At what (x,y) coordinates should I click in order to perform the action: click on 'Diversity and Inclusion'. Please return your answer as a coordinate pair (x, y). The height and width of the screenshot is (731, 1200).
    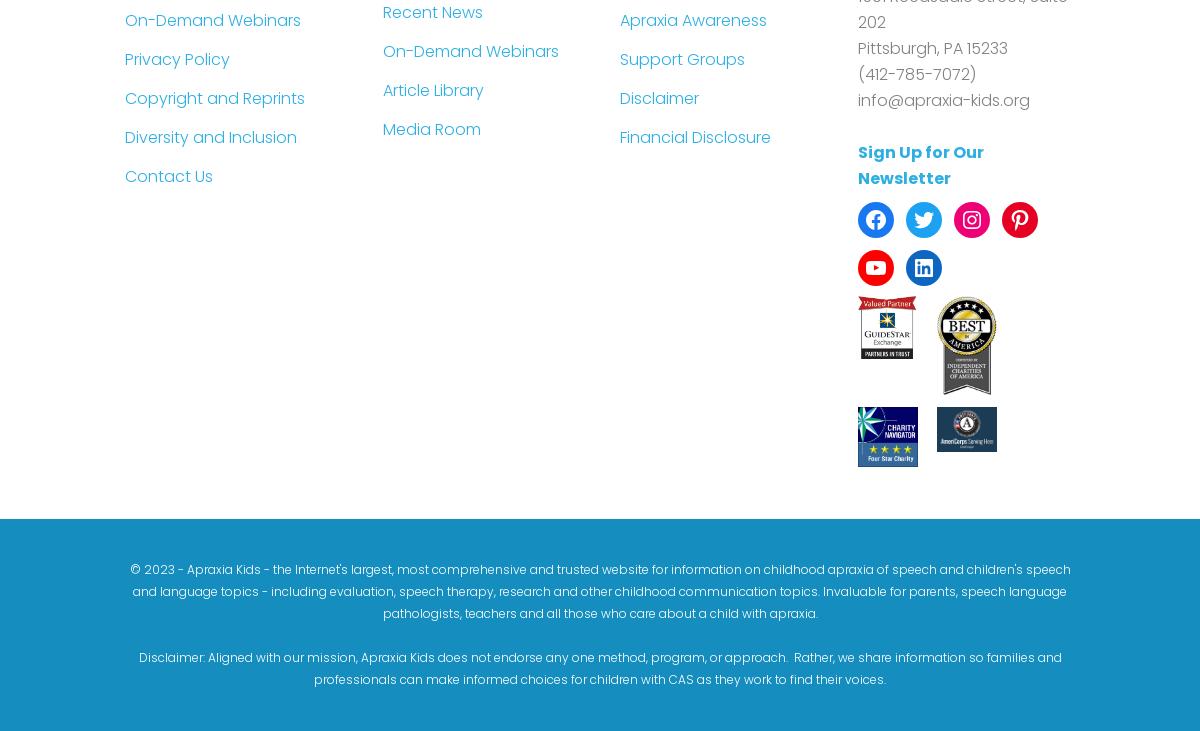
    Looking at the image, I should click on (209, 136).